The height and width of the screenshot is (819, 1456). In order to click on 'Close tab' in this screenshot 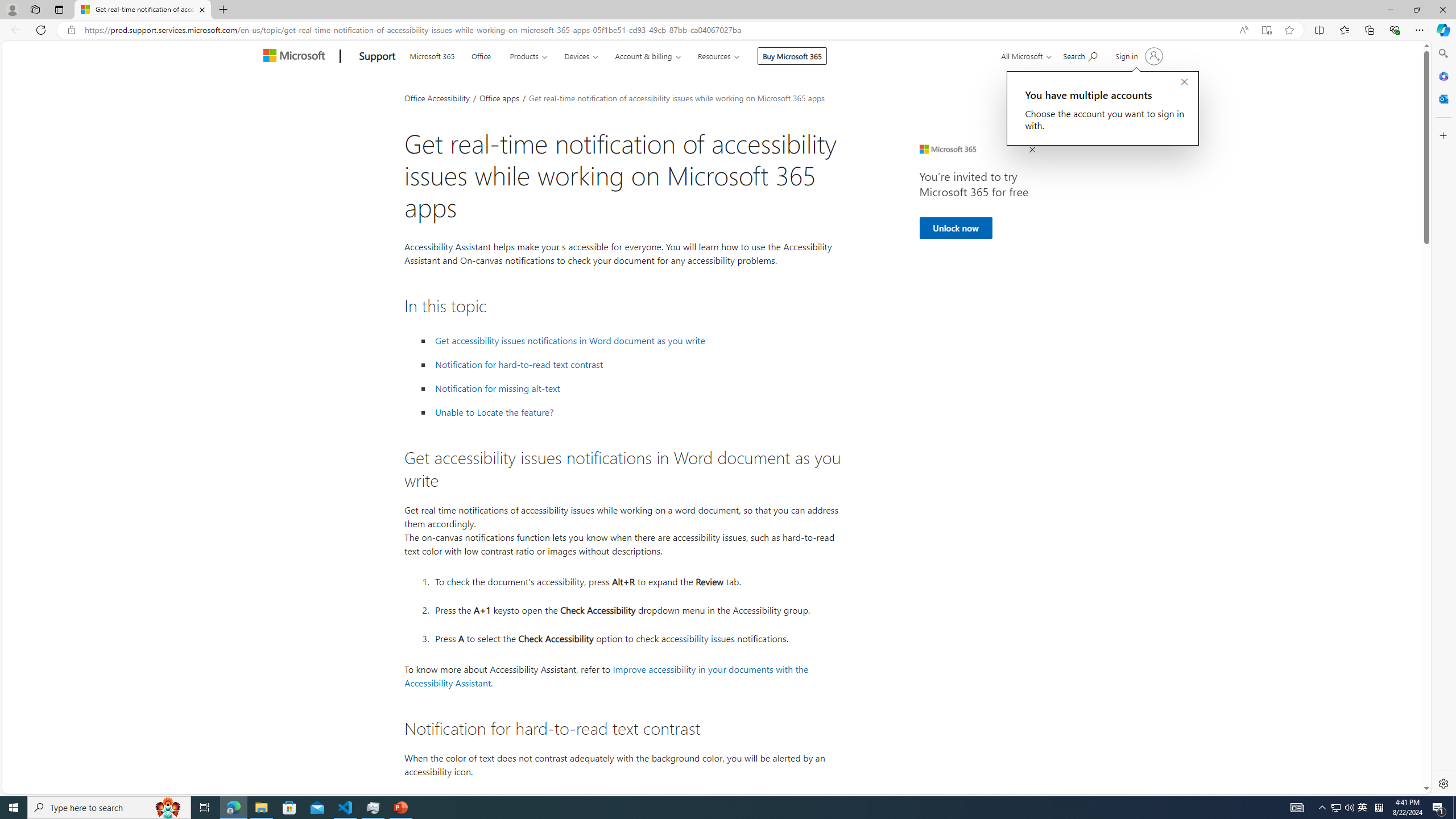, I will do `click(201, 9)`.